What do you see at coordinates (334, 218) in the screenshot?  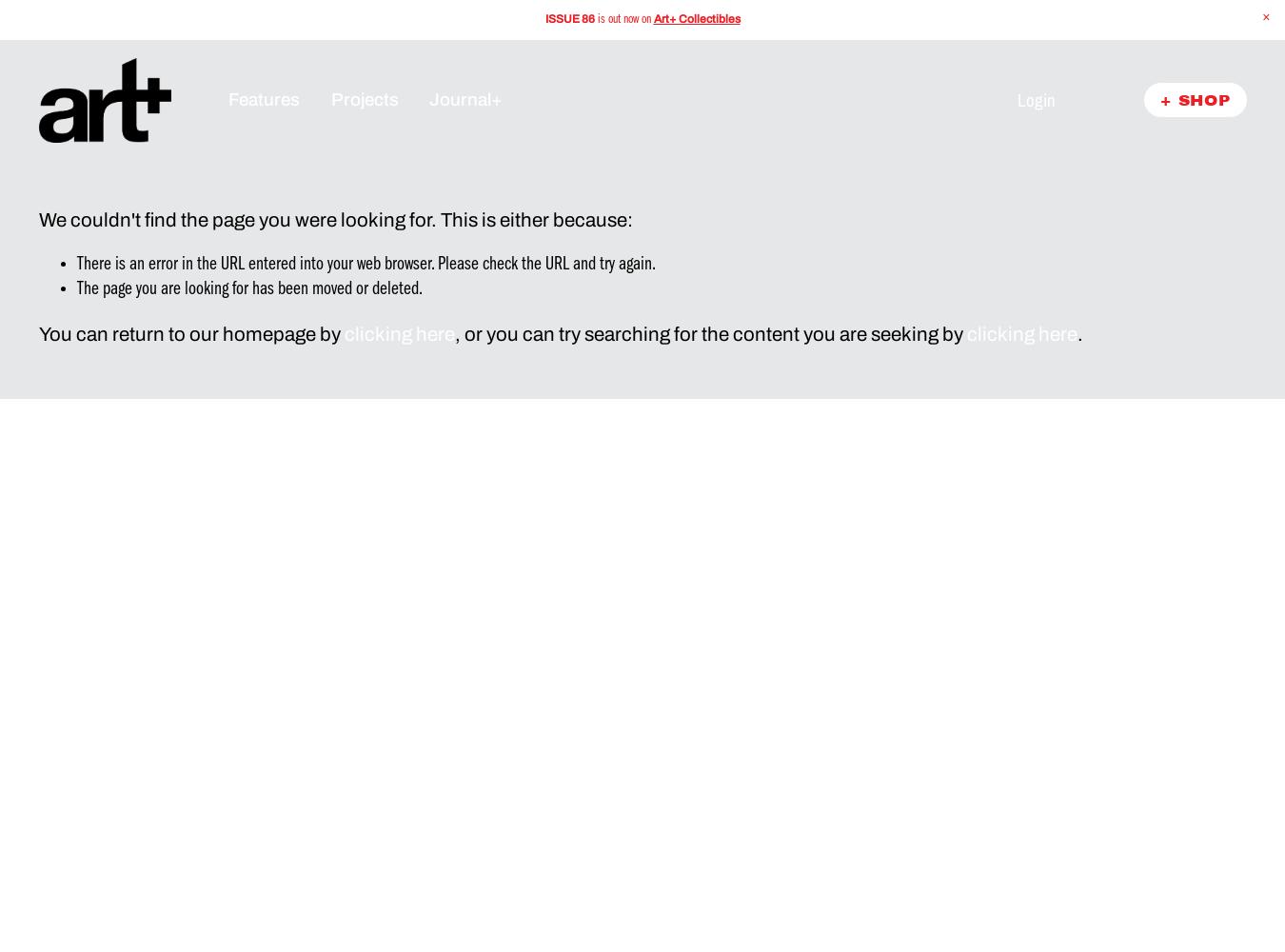 I see `'We couldn't find the page you were looking for. This is either because:'` at bounding box center [334, 218].